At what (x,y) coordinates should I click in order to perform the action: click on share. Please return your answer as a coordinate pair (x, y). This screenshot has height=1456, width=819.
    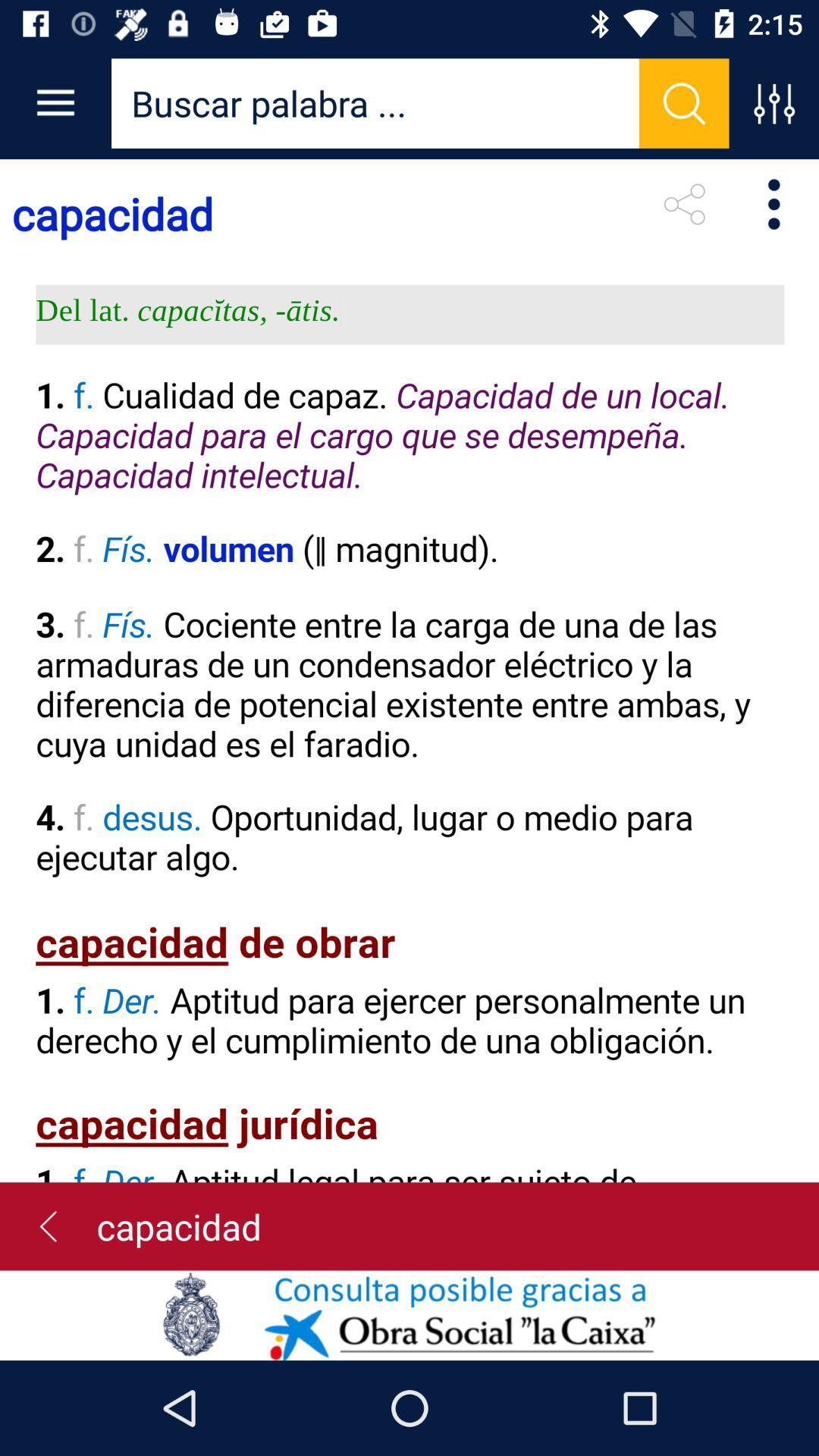
    Looking at the image, I should click on (684, 203).